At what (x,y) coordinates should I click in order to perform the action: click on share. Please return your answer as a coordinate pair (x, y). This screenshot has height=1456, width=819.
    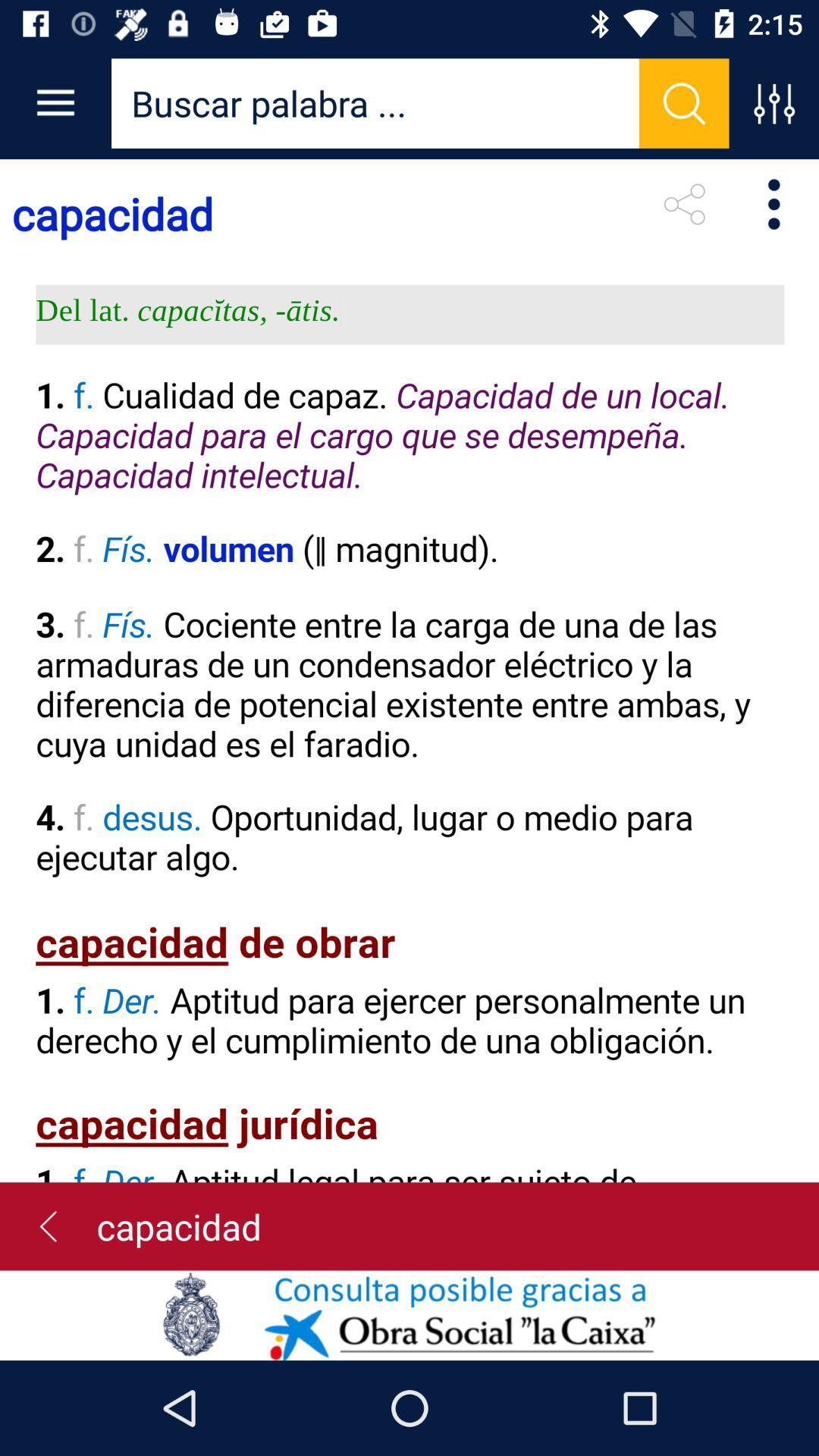
    Looking at the image, I should click on (684, 203).